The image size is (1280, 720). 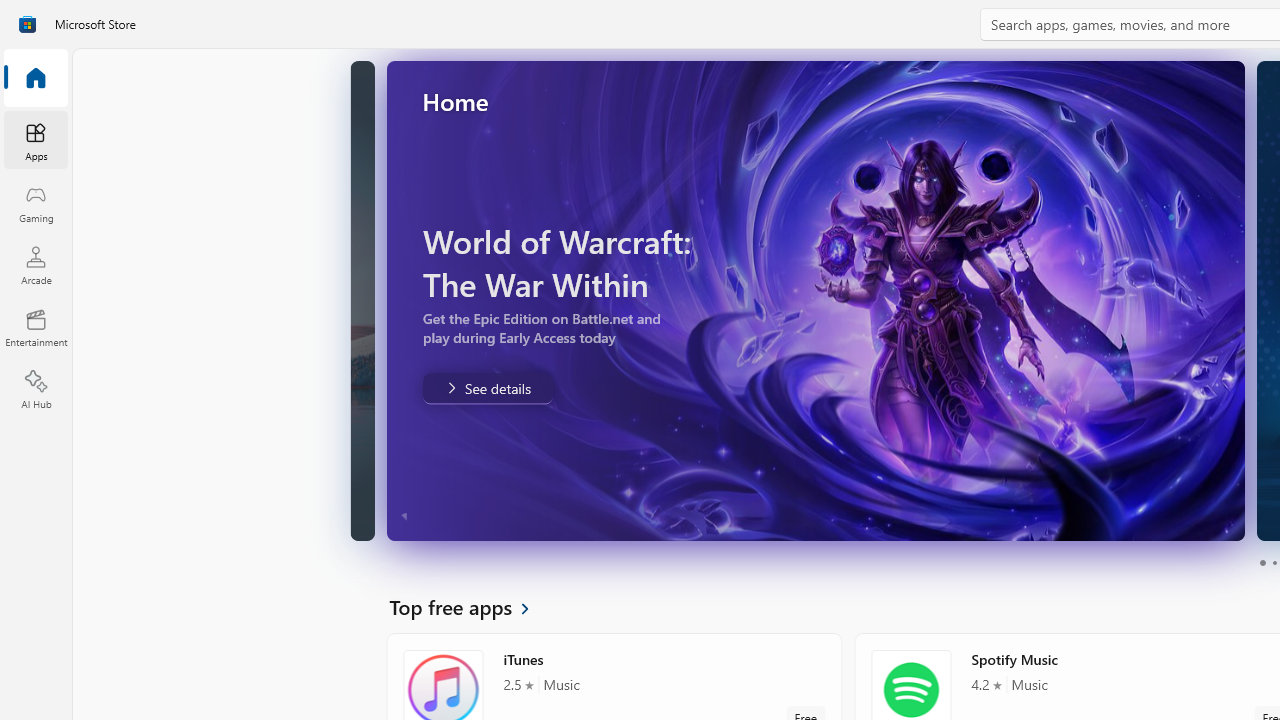 What do you see at coordinates (35, 264) in the screenshot?
I see `'Arcade'` at bounding box center [35, 264].